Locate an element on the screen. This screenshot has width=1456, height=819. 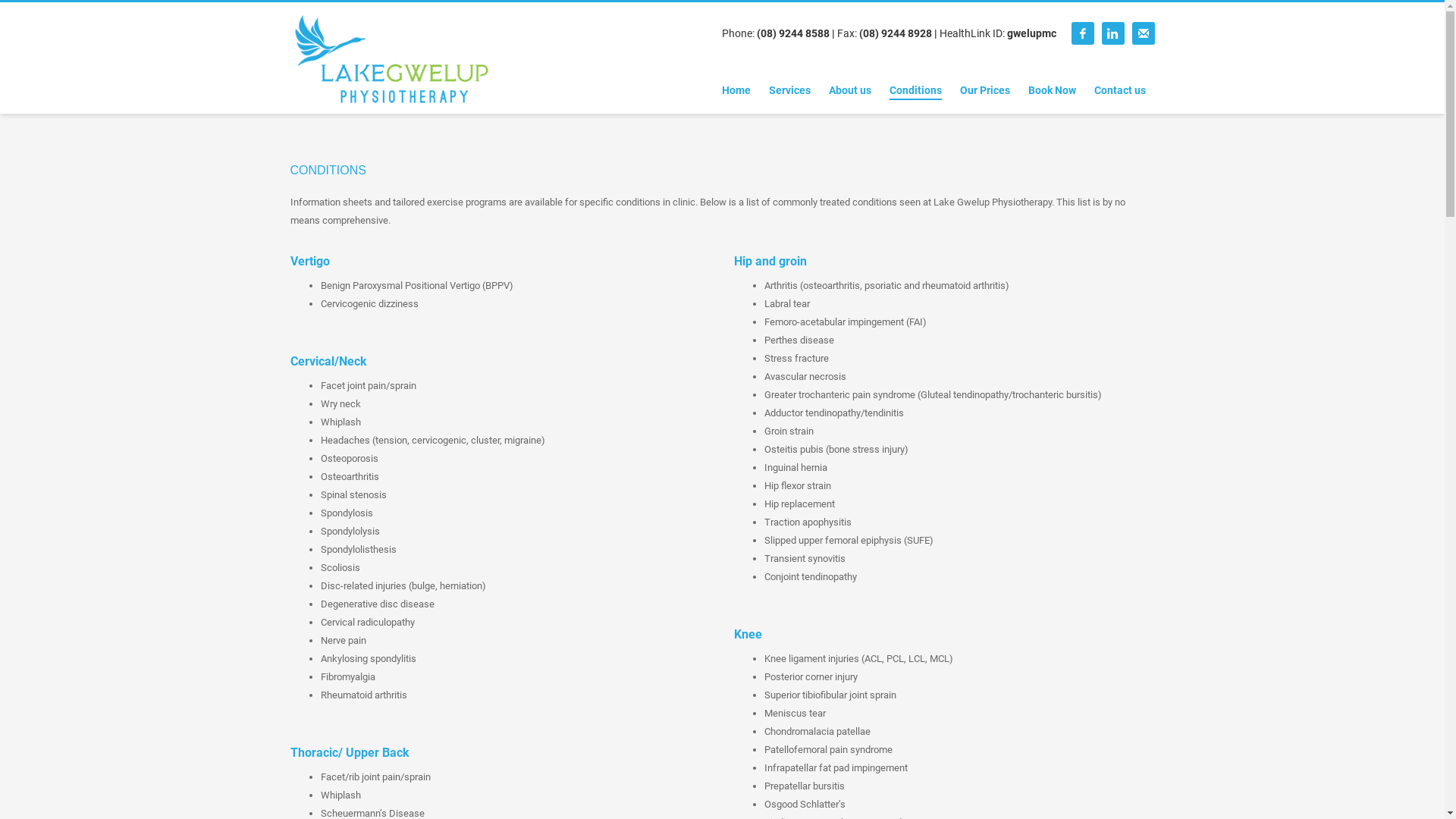
'Contact us' is located at coordinates (1120, 90).